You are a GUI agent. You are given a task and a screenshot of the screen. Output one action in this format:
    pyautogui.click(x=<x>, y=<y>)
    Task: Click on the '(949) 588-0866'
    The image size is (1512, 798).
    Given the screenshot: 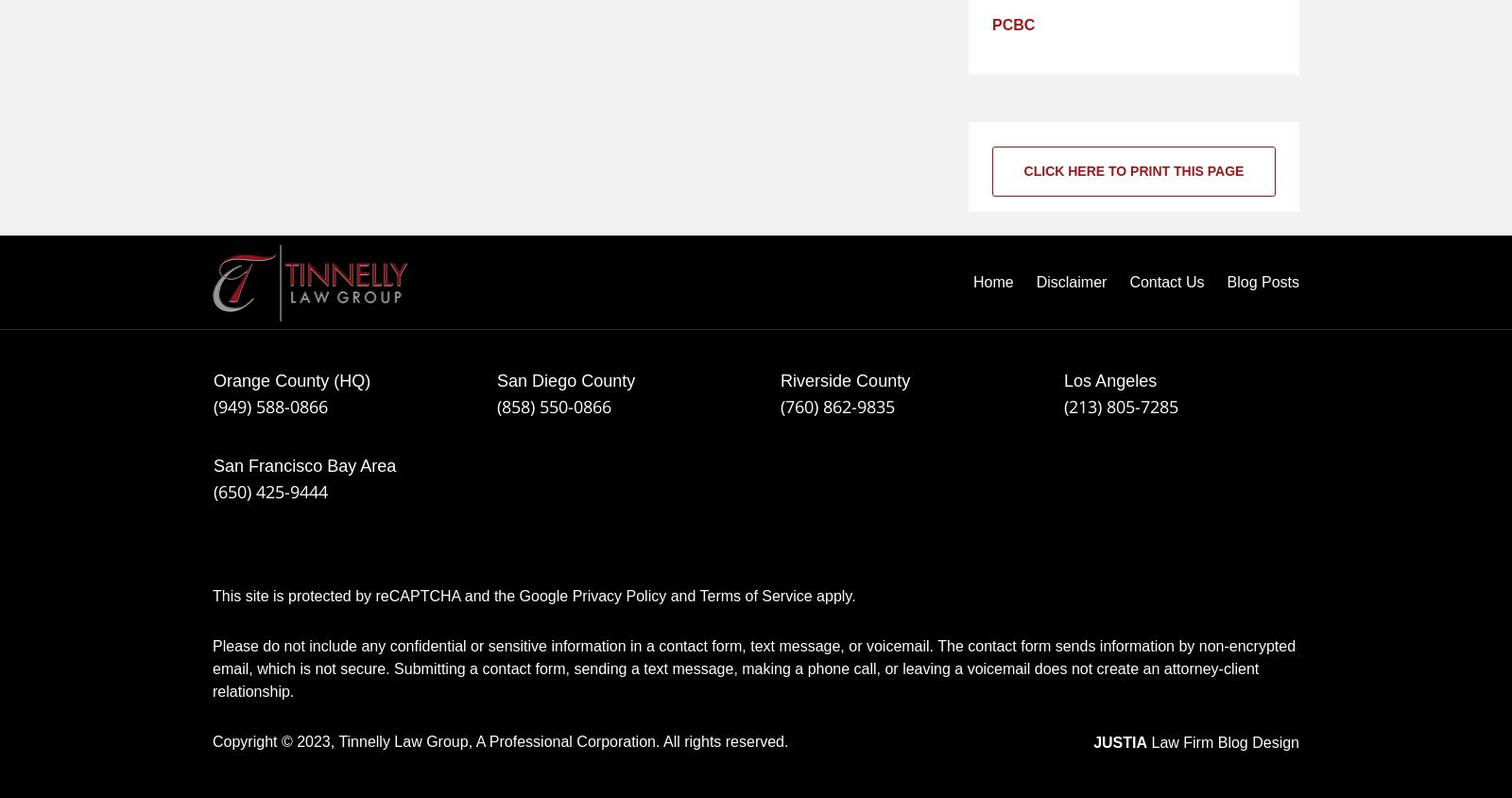 What is the action you would take?
    pyautogui.click(x=270, y=406)
    